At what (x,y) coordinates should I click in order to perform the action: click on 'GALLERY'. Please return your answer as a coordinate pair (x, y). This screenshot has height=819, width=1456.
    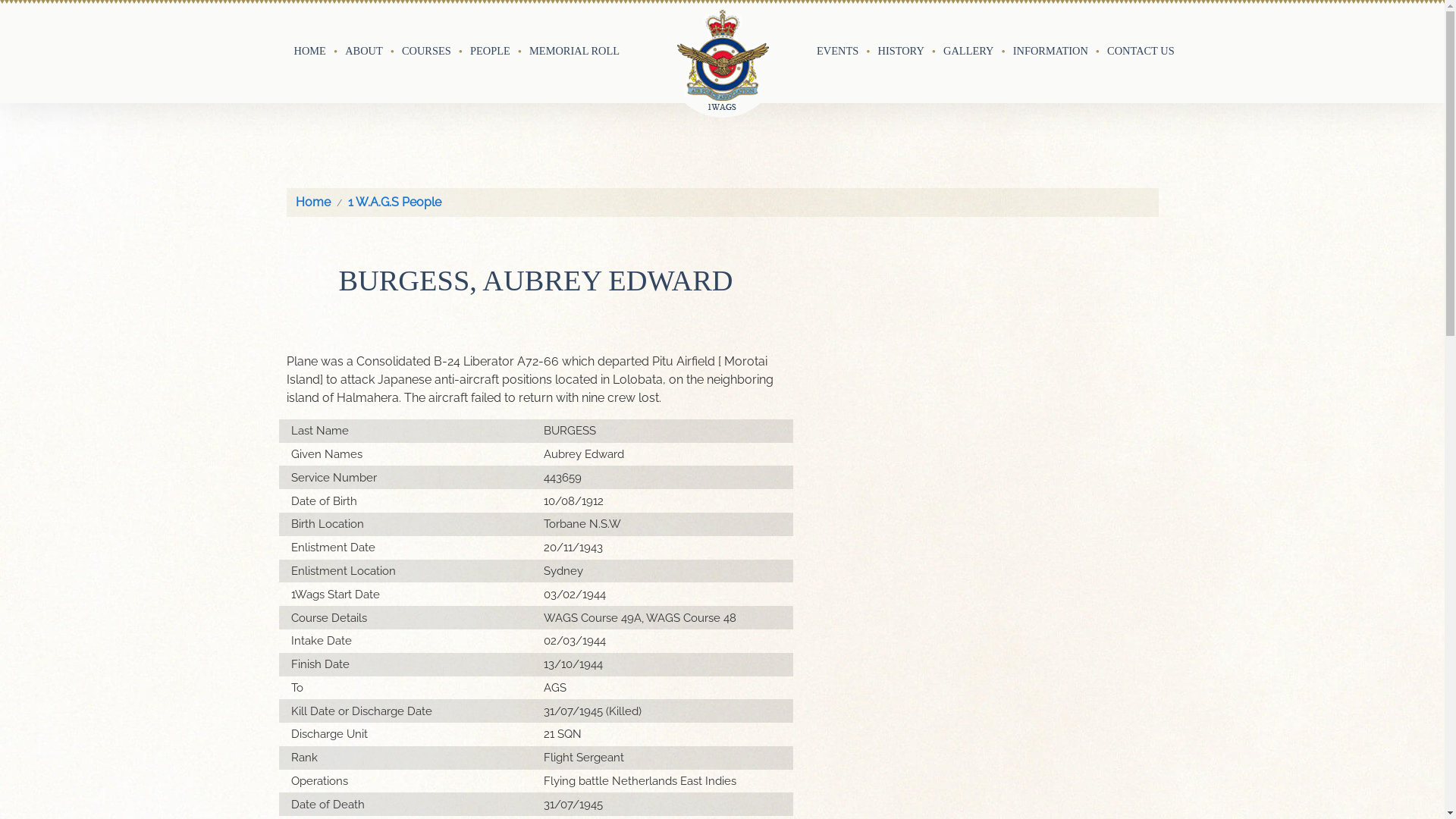
    Looking at the image, I should click on (967, 50).